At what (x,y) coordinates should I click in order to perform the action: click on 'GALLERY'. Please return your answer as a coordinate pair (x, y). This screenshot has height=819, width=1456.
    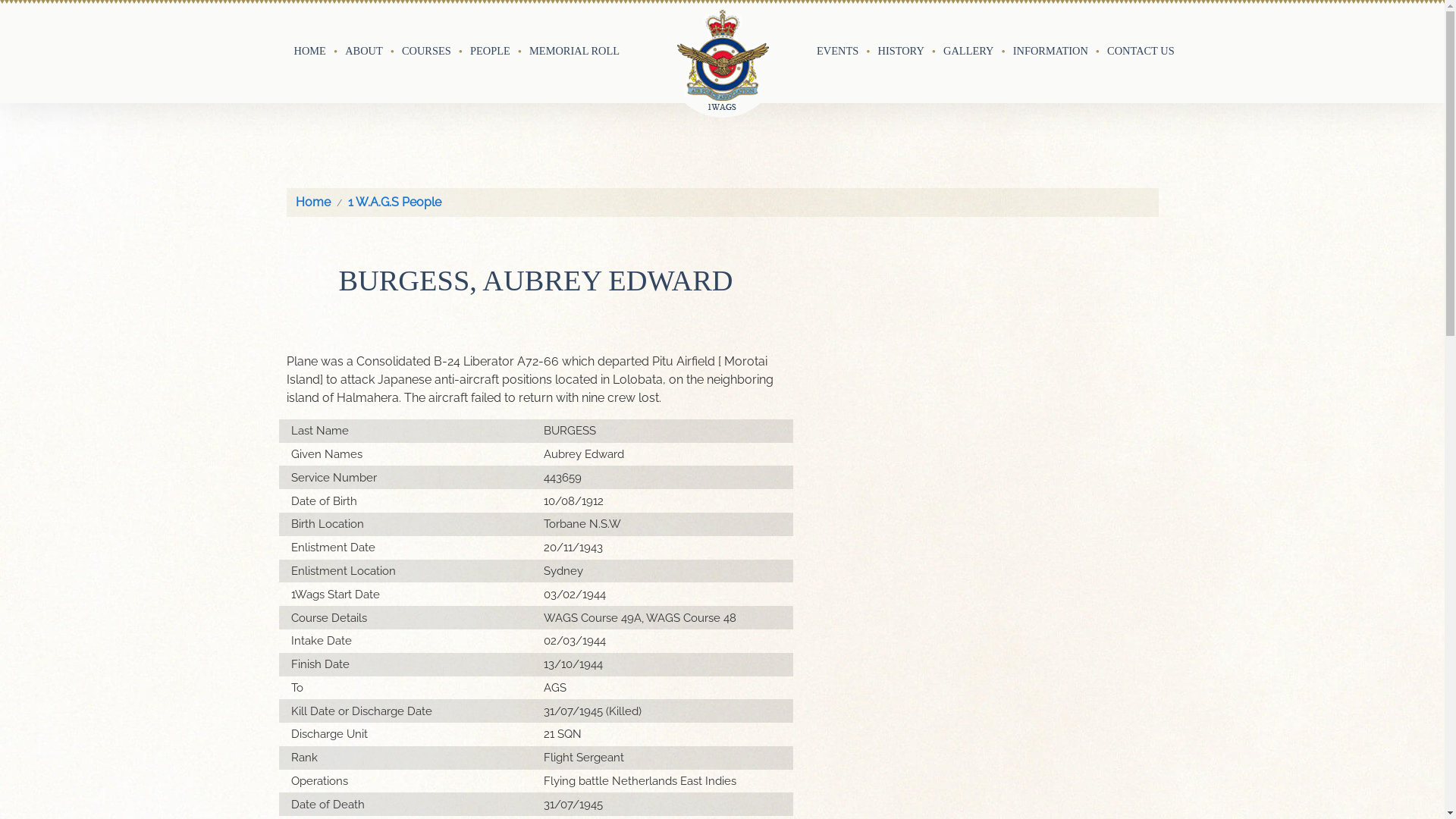
    Looking at the image, I should click on (967, 50).